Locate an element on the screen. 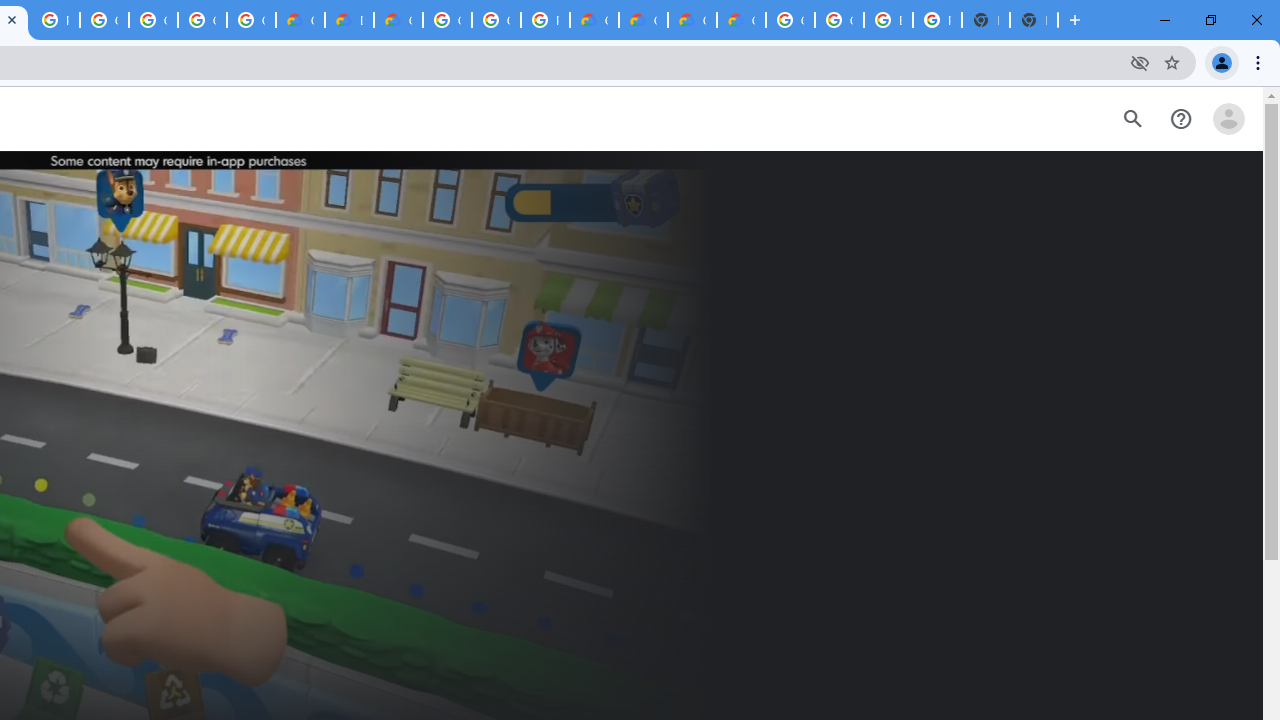  'Google Cloud Platform' is located at coordinates (496, 20).